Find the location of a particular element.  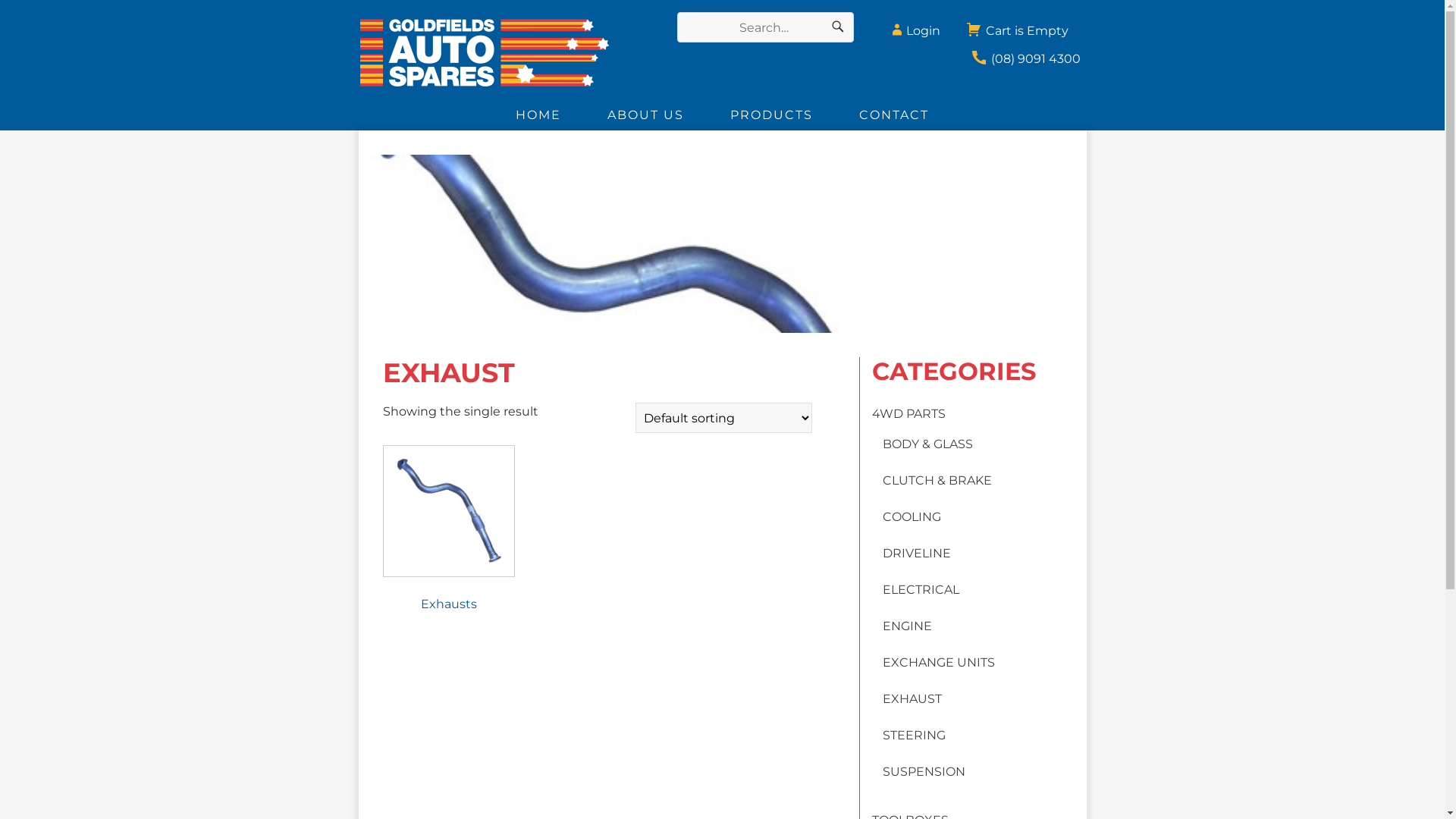

'Return to homepage' is located at coordinates (503, 52).